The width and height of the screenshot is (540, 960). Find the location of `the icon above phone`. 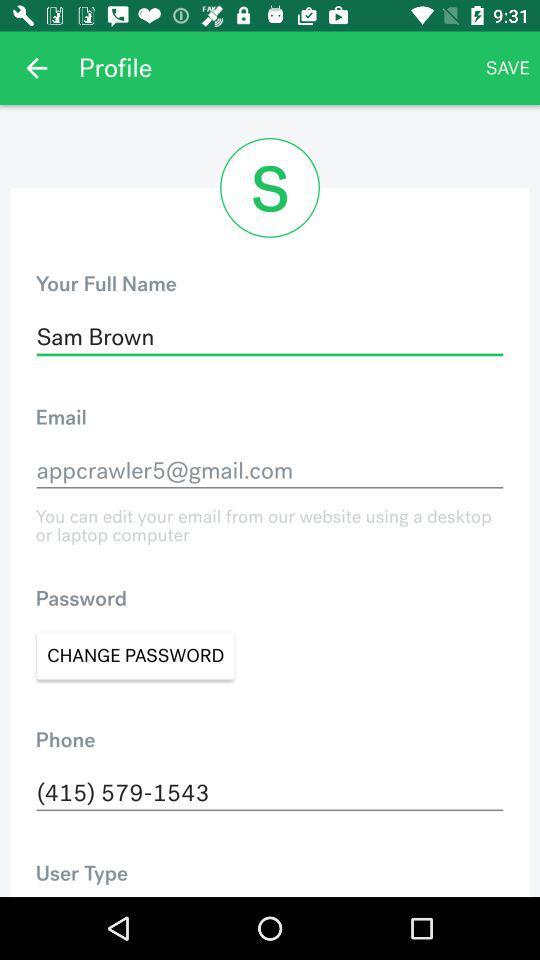

the icon above phone is located at coordinates (135, 654).